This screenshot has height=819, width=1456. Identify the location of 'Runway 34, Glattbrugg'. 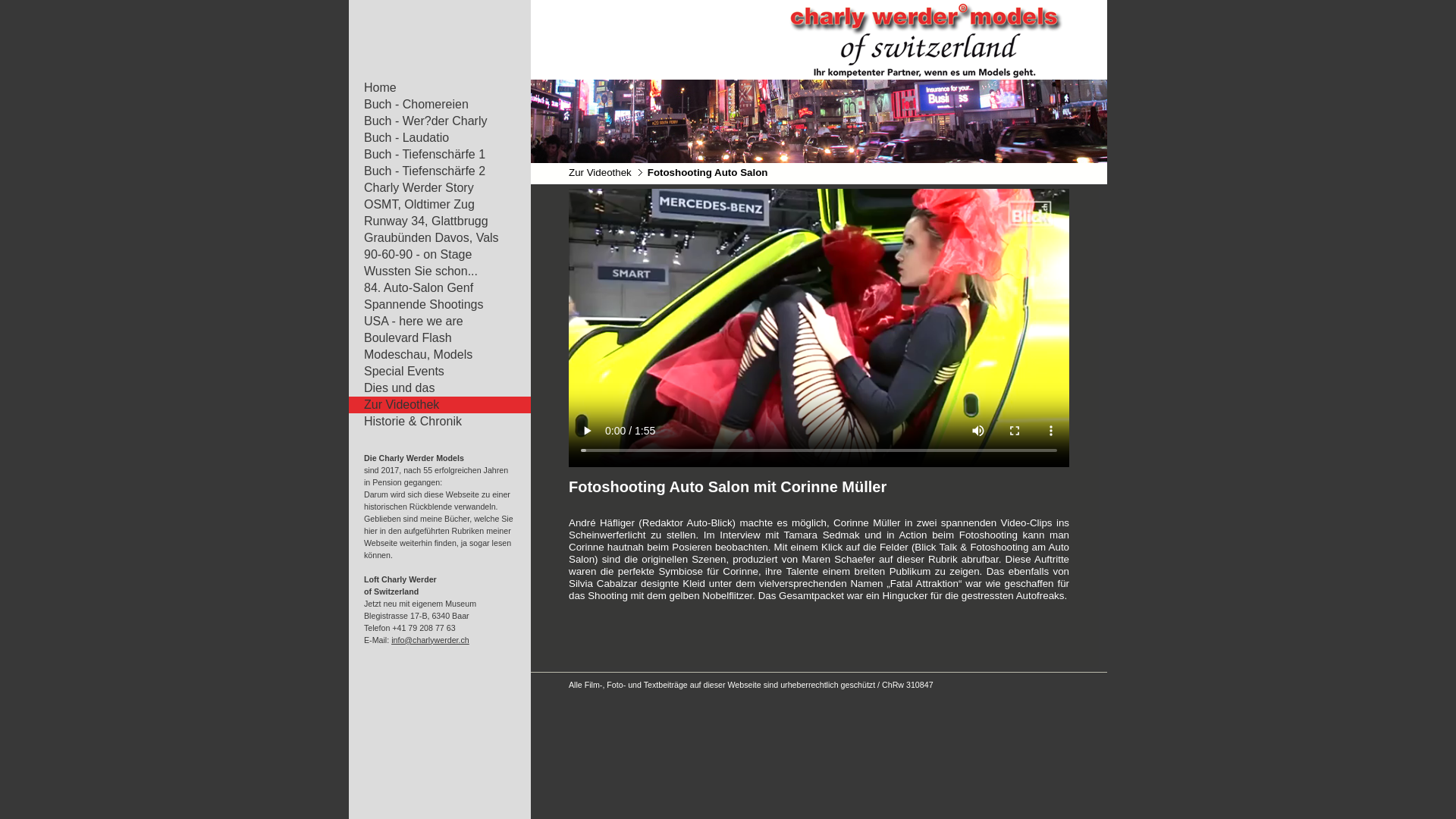
(431, 221).